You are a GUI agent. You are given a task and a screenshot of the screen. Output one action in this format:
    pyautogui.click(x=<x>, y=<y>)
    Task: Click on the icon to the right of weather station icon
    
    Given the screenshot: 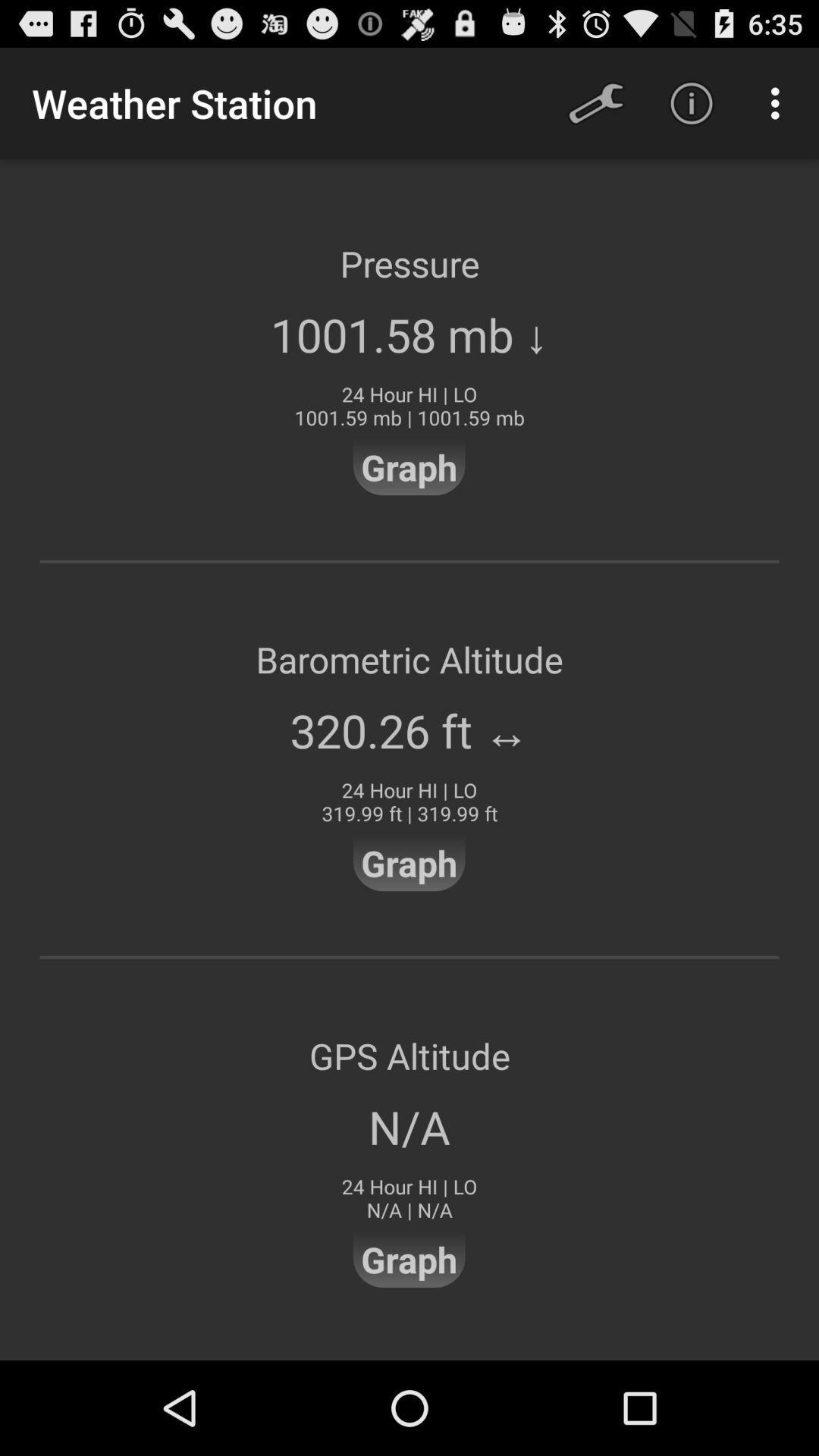 What is the action you would take?
    pyautogui.click(x=595, y=102)
    